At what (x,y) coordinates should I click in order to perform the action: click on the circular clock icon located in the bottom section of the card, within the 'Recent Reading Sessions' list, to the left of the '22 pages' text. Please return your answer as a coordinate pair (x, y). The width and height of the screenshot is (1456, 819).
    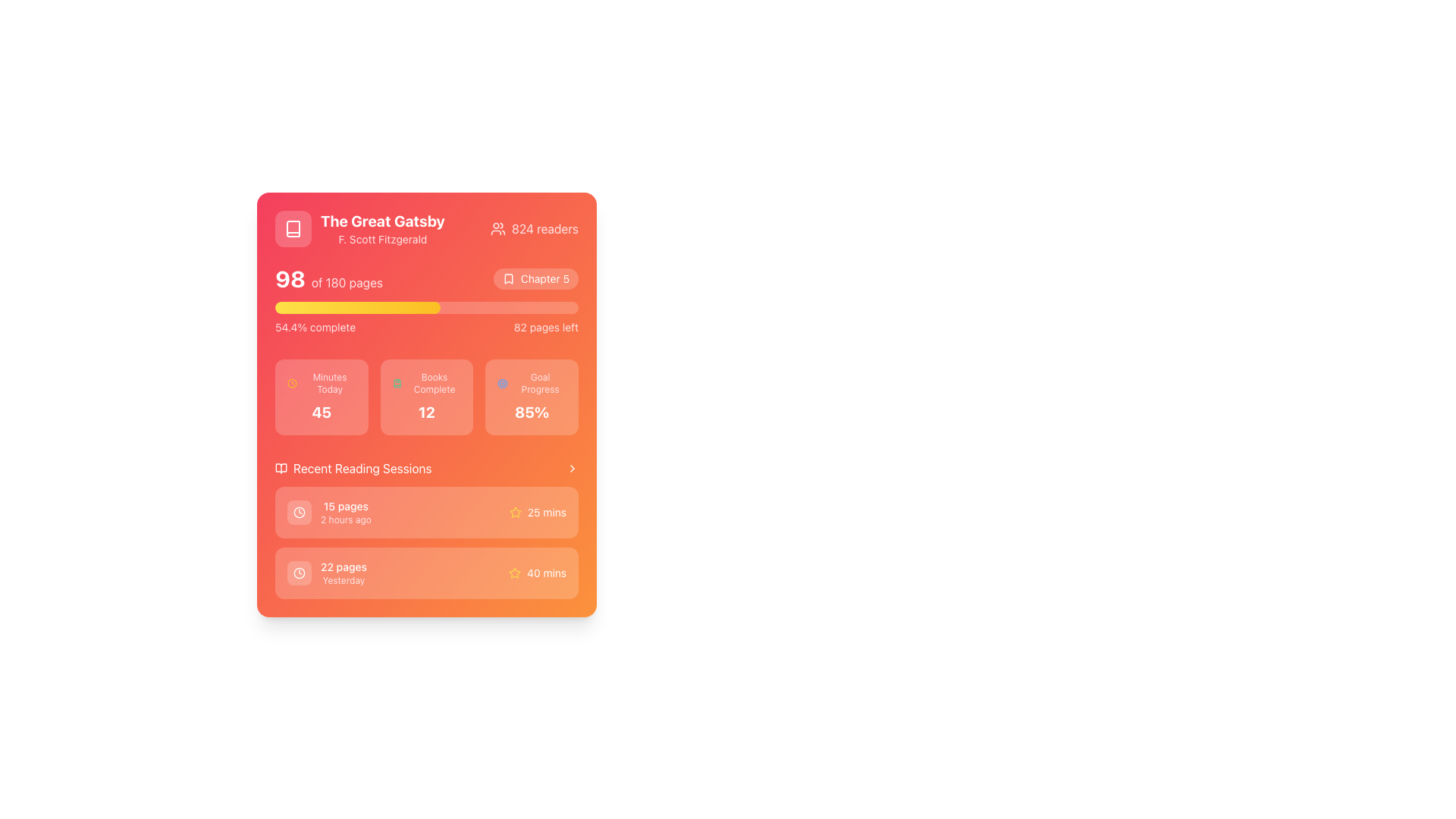
    Looking at the image, I should click on (299, 573).